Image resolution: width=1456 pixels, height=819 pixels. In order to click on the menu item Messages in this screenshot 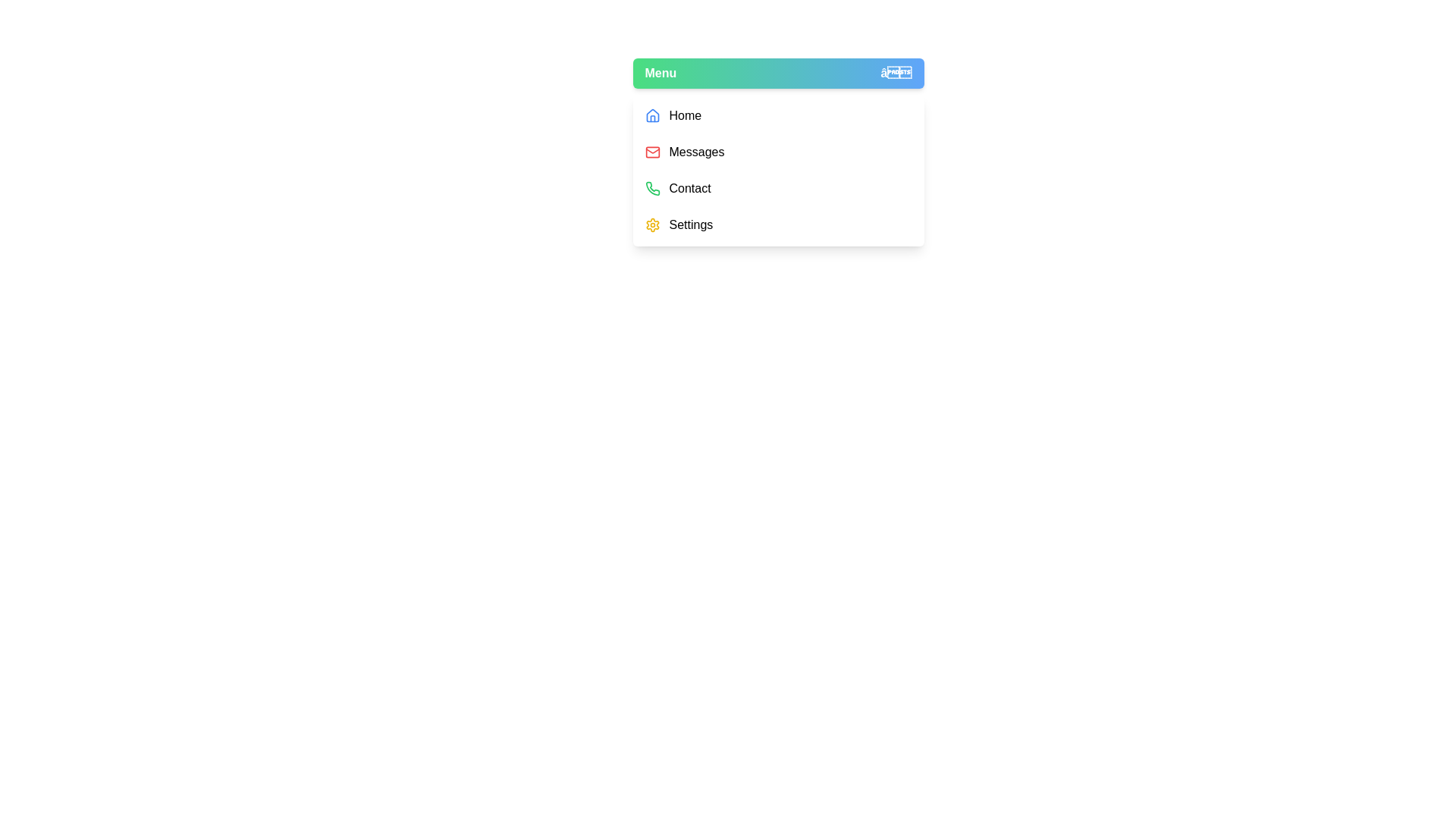, I will do `click(778, 152)`.